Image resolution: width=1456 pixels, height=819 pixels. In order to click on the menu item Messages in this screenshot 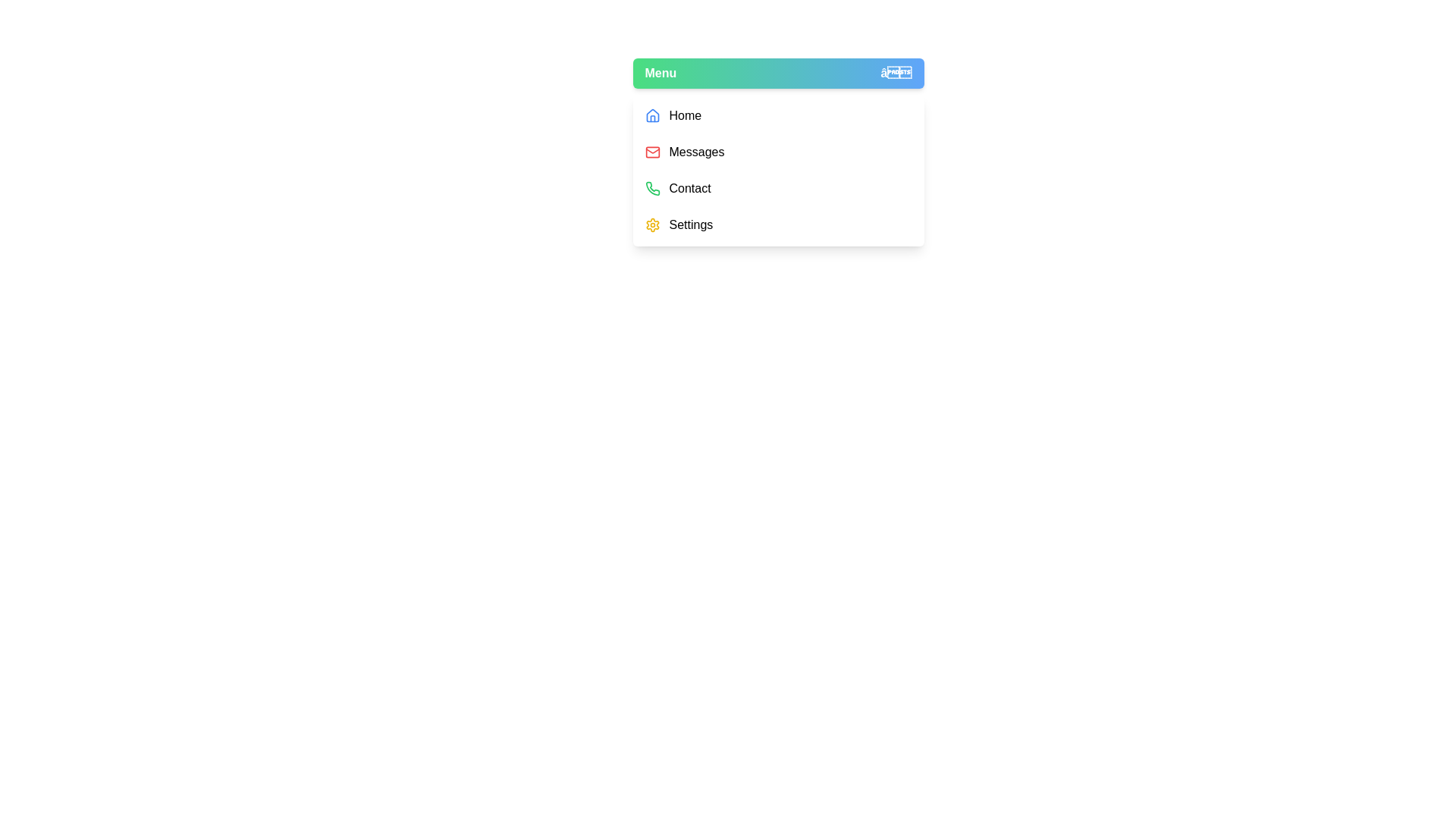, I will do `click(778, 152)`.